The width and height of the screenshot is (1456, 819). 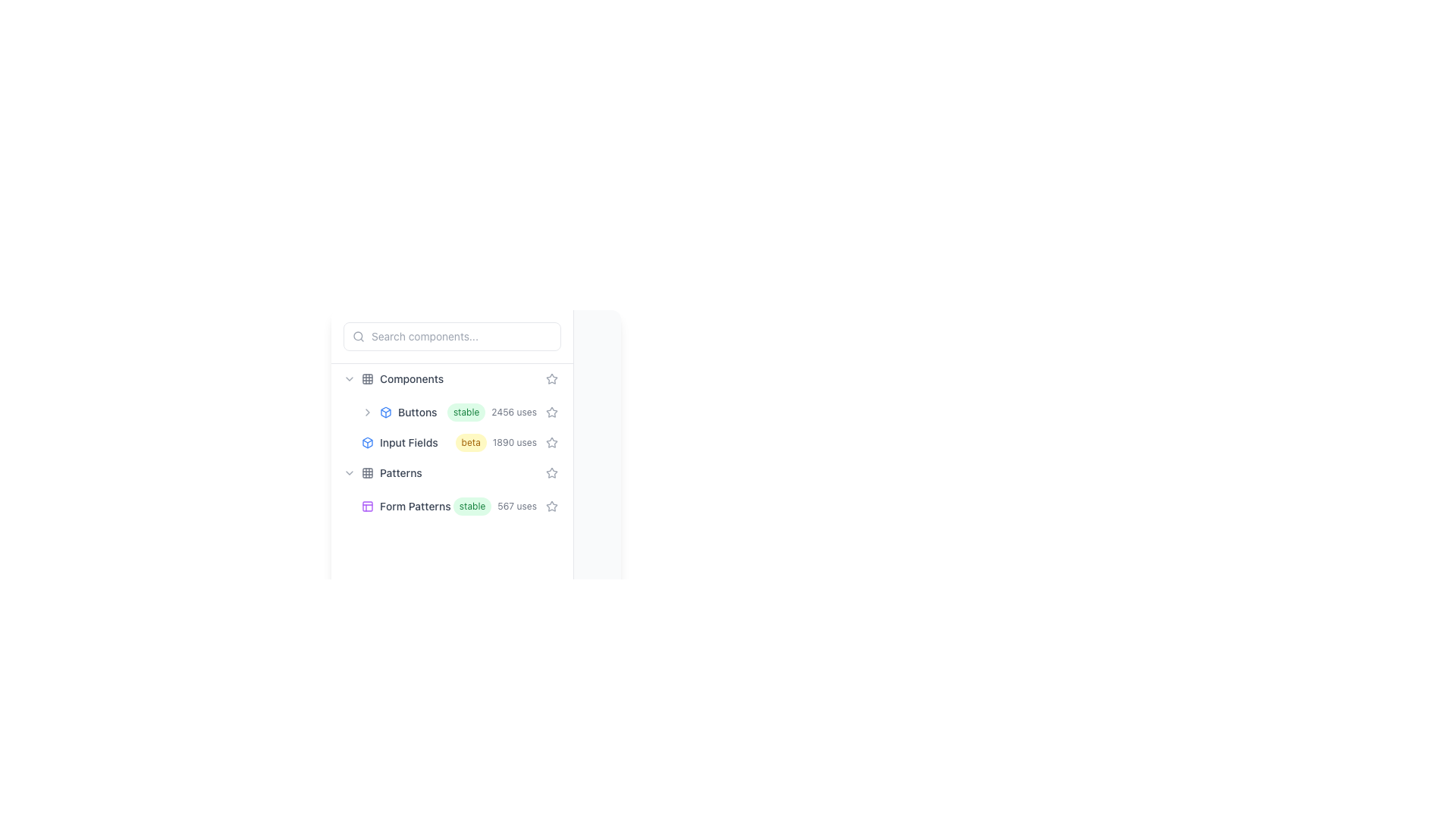 I want to click on the star icon located in the right corner of the row labeled 'Form Patterns stable 567 uses', so click(x=551, y=472).